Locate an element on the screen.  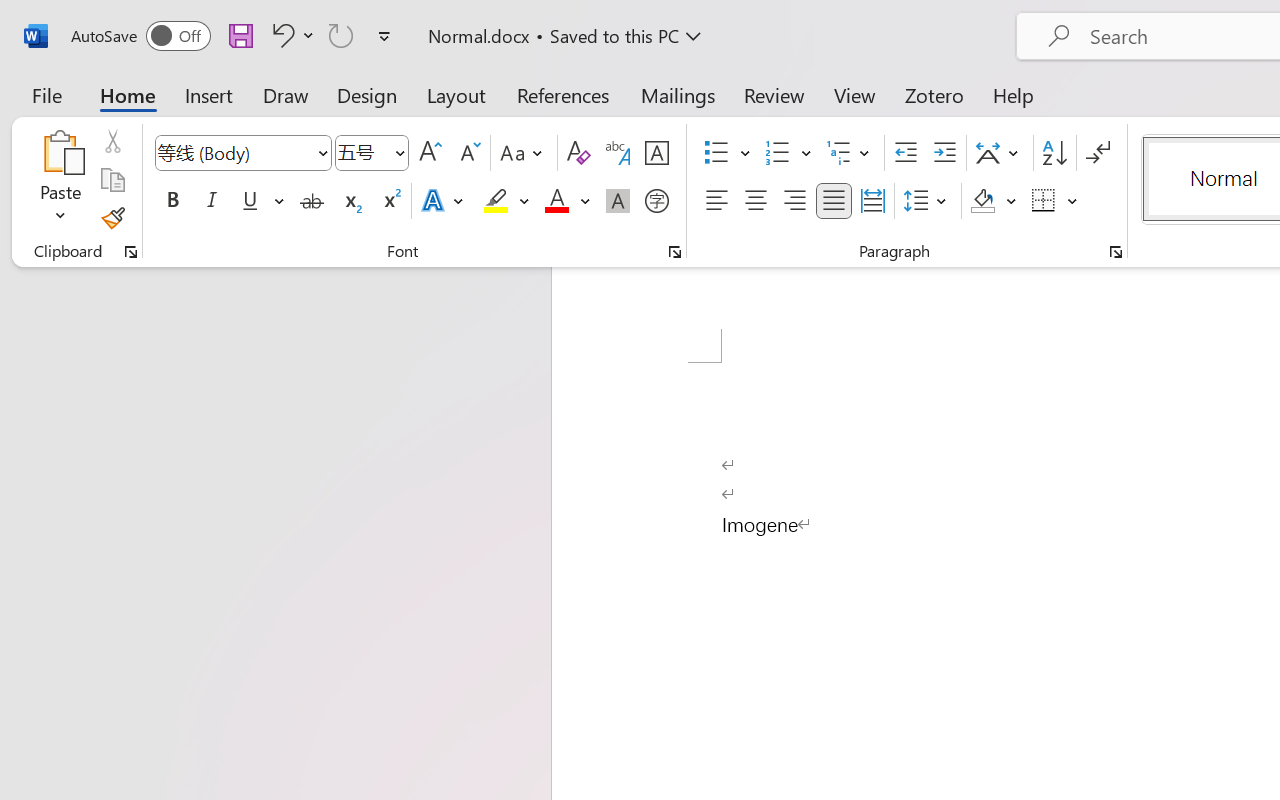
'Shrink Font' is located at coordinates (467, 153).